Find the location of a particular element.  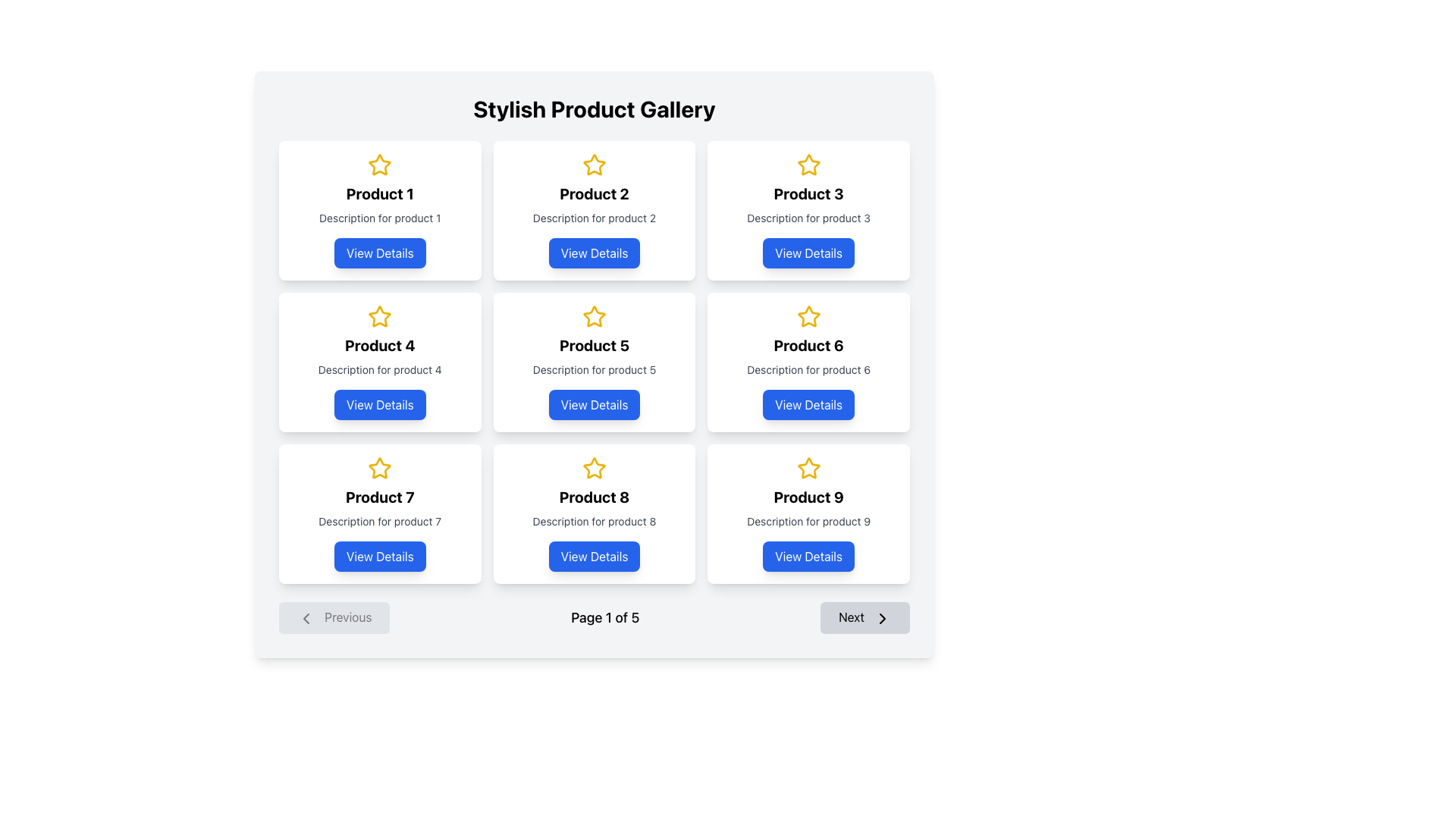

the star-shaped icon with a yellow outline located inside the 'Product 4' card in the product grid is located at coordinates (380, 315).